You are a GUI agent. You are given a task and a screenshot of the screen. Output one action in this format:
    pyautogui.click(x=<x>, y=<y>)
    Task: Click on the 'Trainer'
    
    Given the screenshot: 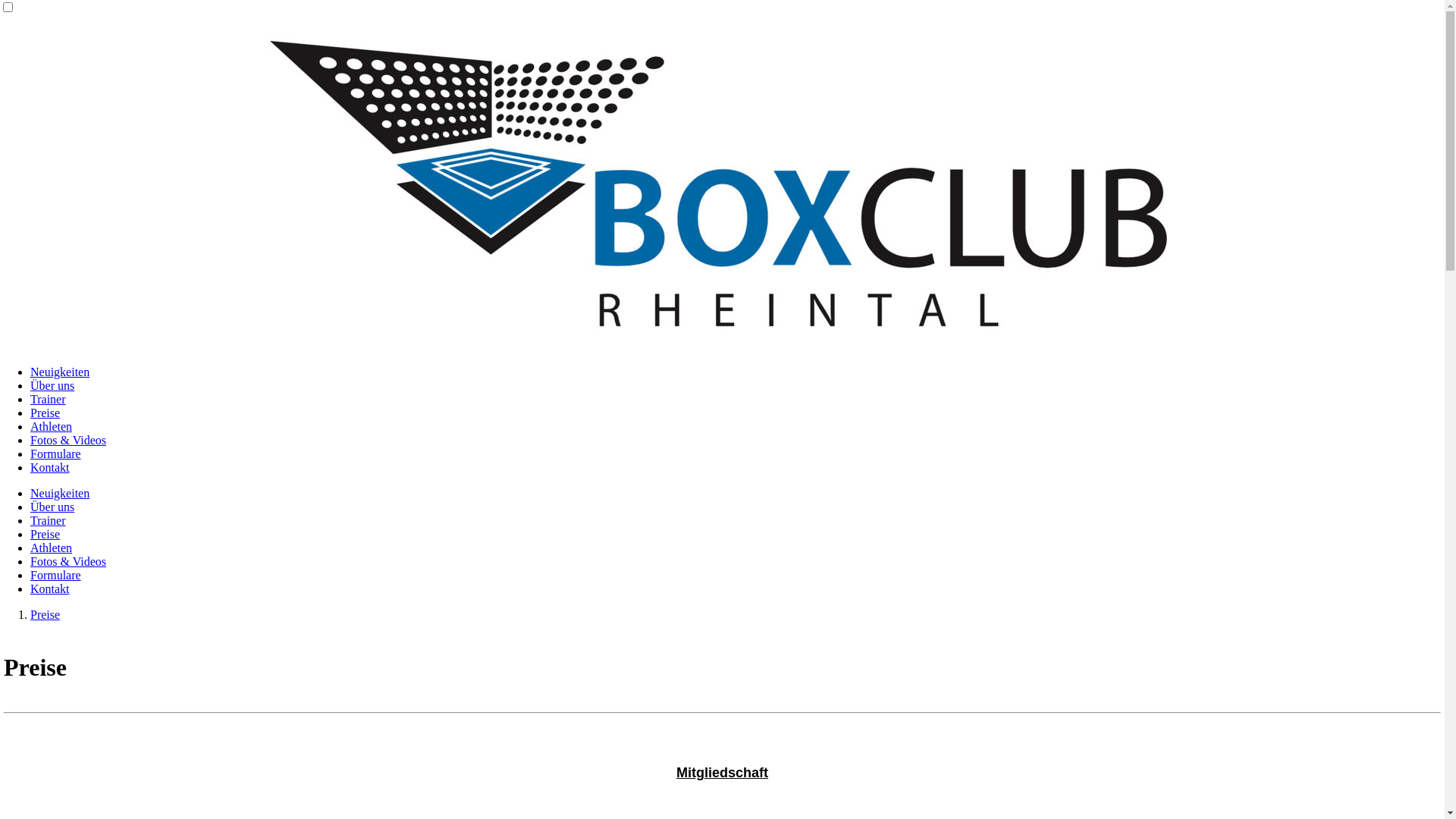 What is the action you would take?
    pyautogui.click(x=48, y=398)
    